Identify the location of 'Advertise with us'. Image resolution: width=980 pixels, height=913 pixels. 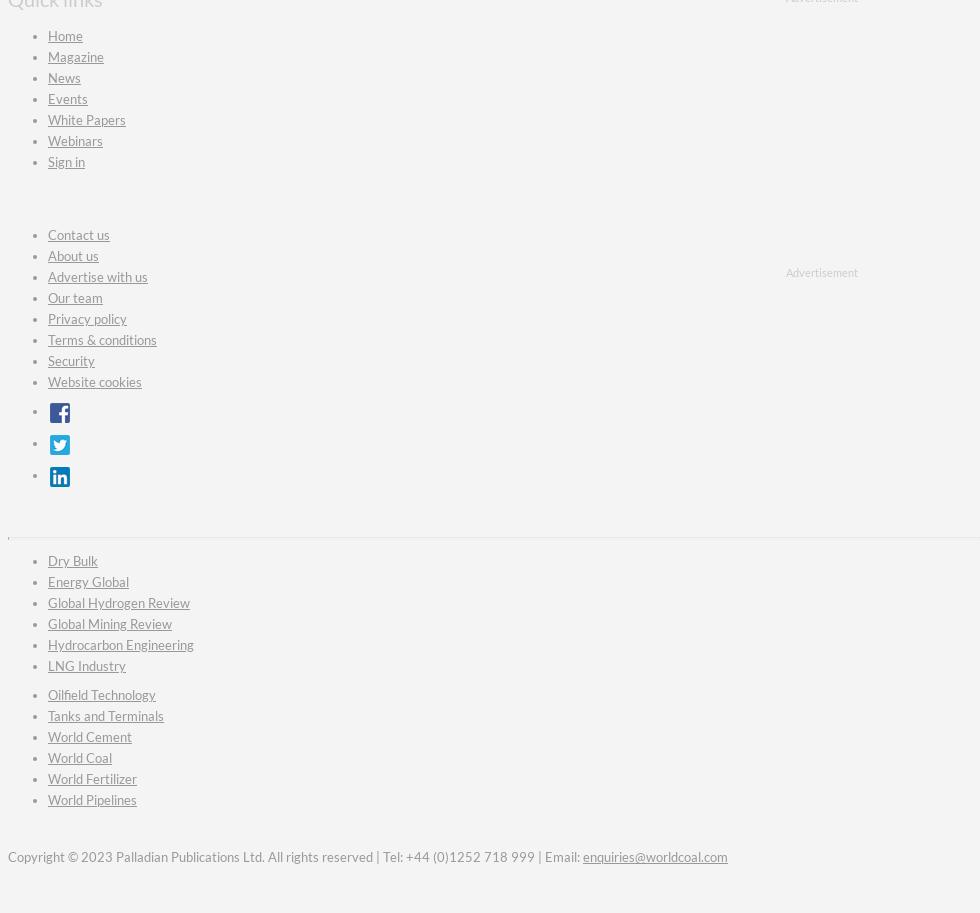
(48, 277).